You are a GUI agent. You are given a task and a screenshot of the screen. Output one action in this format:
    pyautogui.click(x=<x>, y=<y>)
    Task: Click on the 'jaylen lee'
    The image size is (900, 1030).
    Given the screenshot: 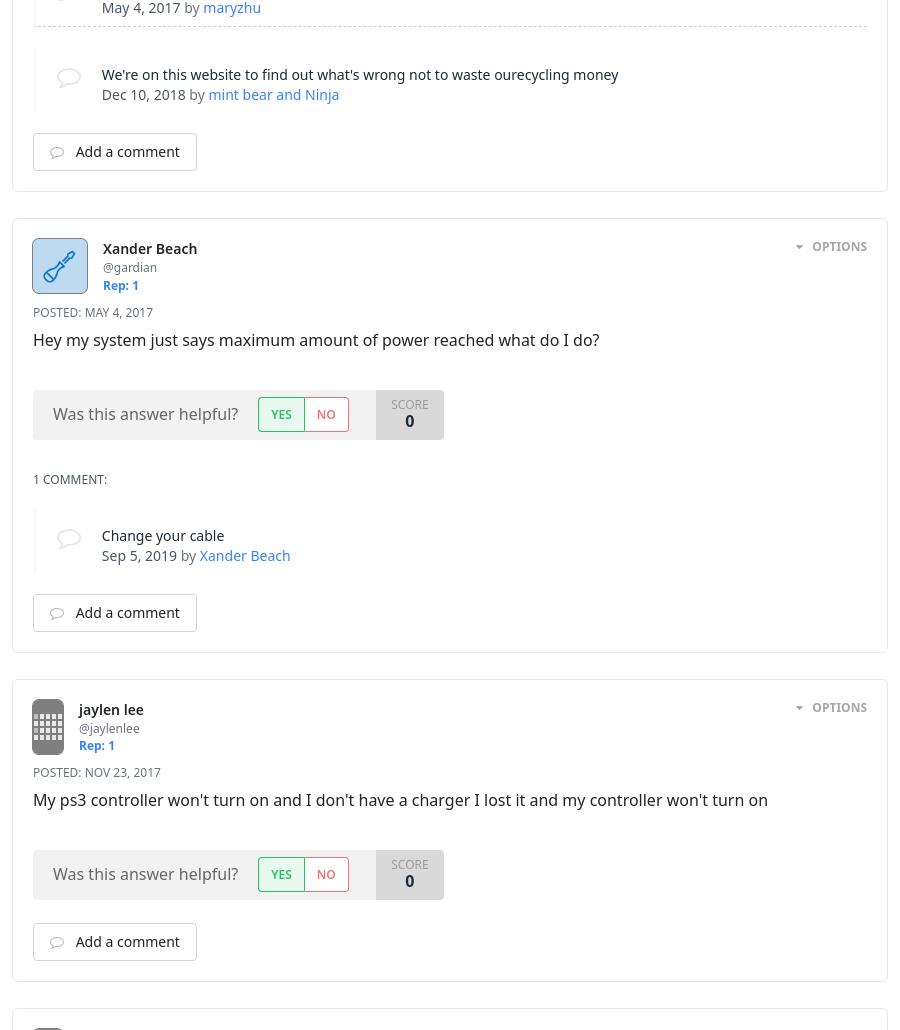 What is the action you would take?
    pyautogui.click(x=109, y=708)
    